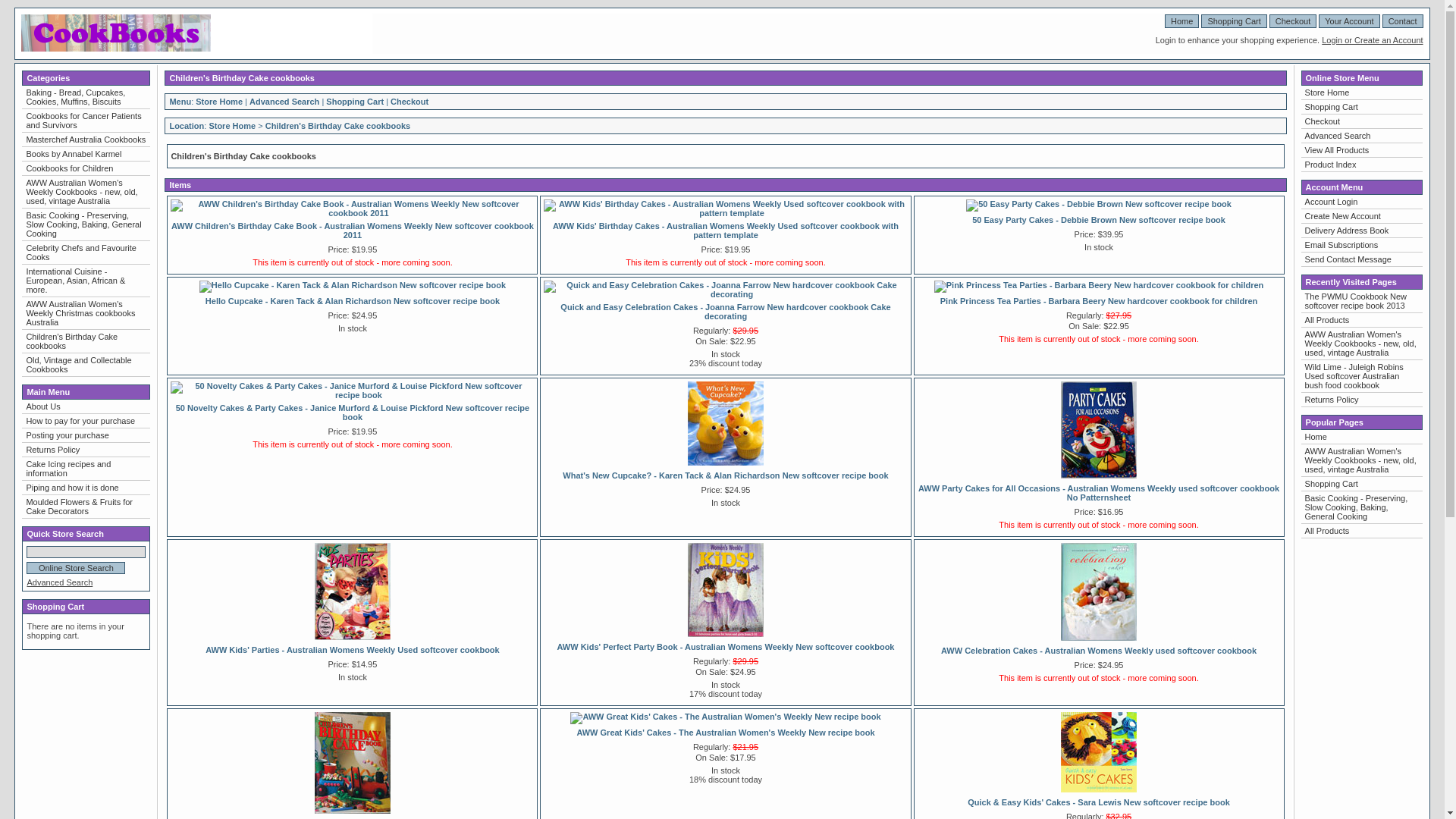  Describe the element at coordinates (207, 124) in the screenshot. I see `'Store Home'` at that location.